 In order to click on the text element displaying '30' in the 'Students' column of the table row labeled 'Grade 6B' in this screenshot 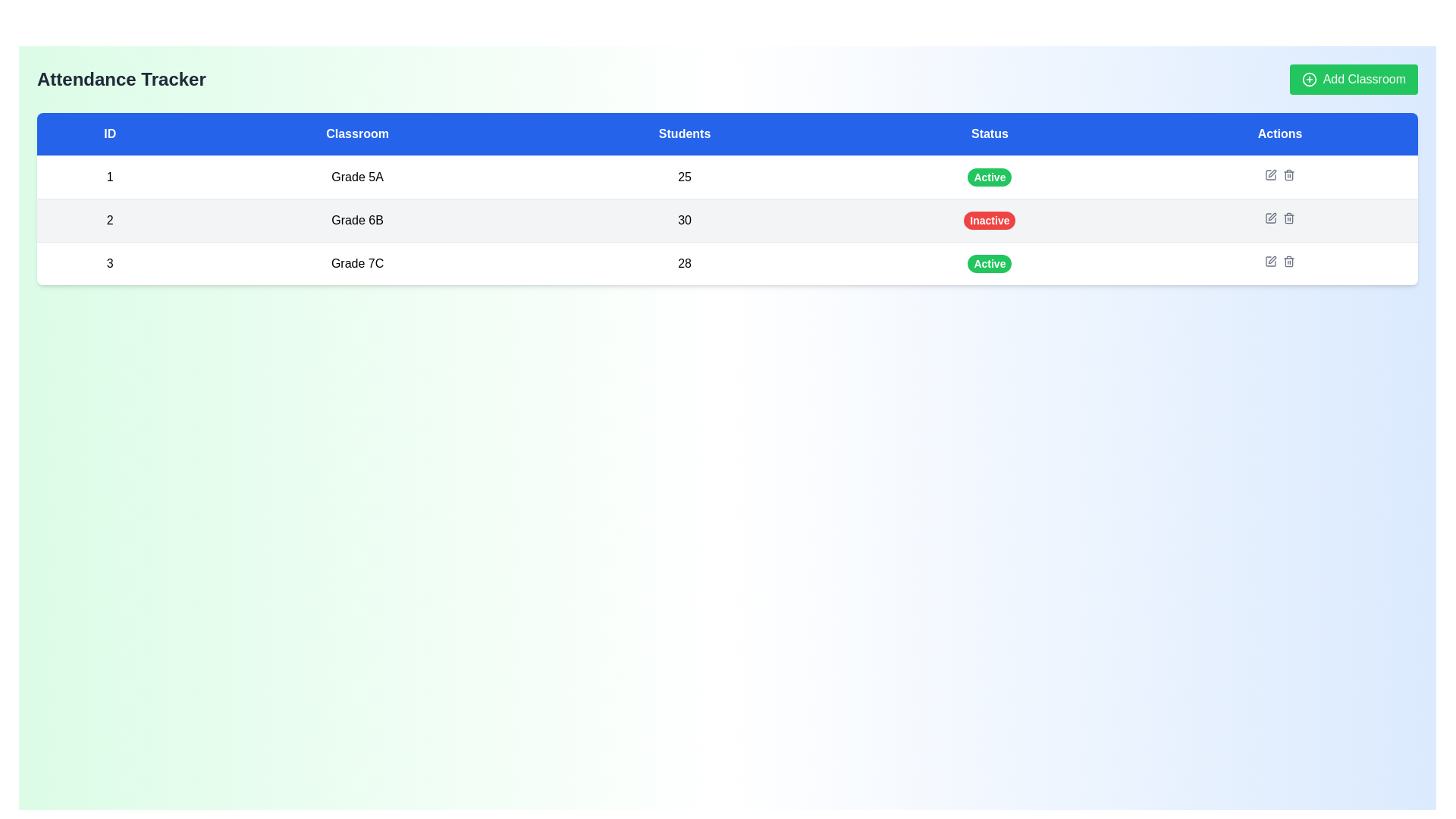, I will do `click(684, 220)`.